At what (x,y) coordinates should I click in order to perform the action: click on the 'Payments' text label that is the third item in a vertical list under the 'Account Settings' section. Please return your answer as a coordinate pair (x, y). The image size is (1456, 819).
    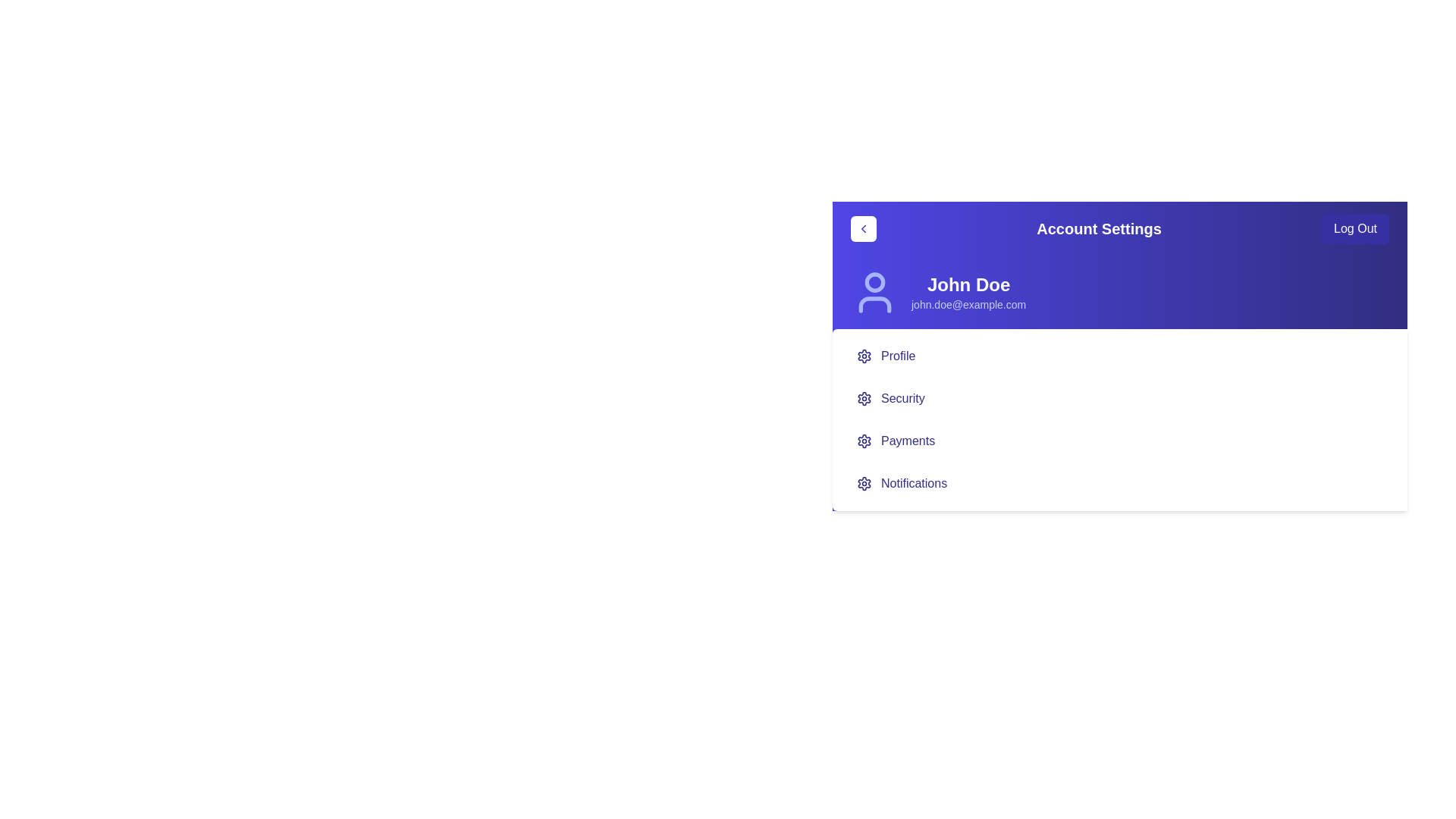
    Looking at the image, I should click on (908, 441).